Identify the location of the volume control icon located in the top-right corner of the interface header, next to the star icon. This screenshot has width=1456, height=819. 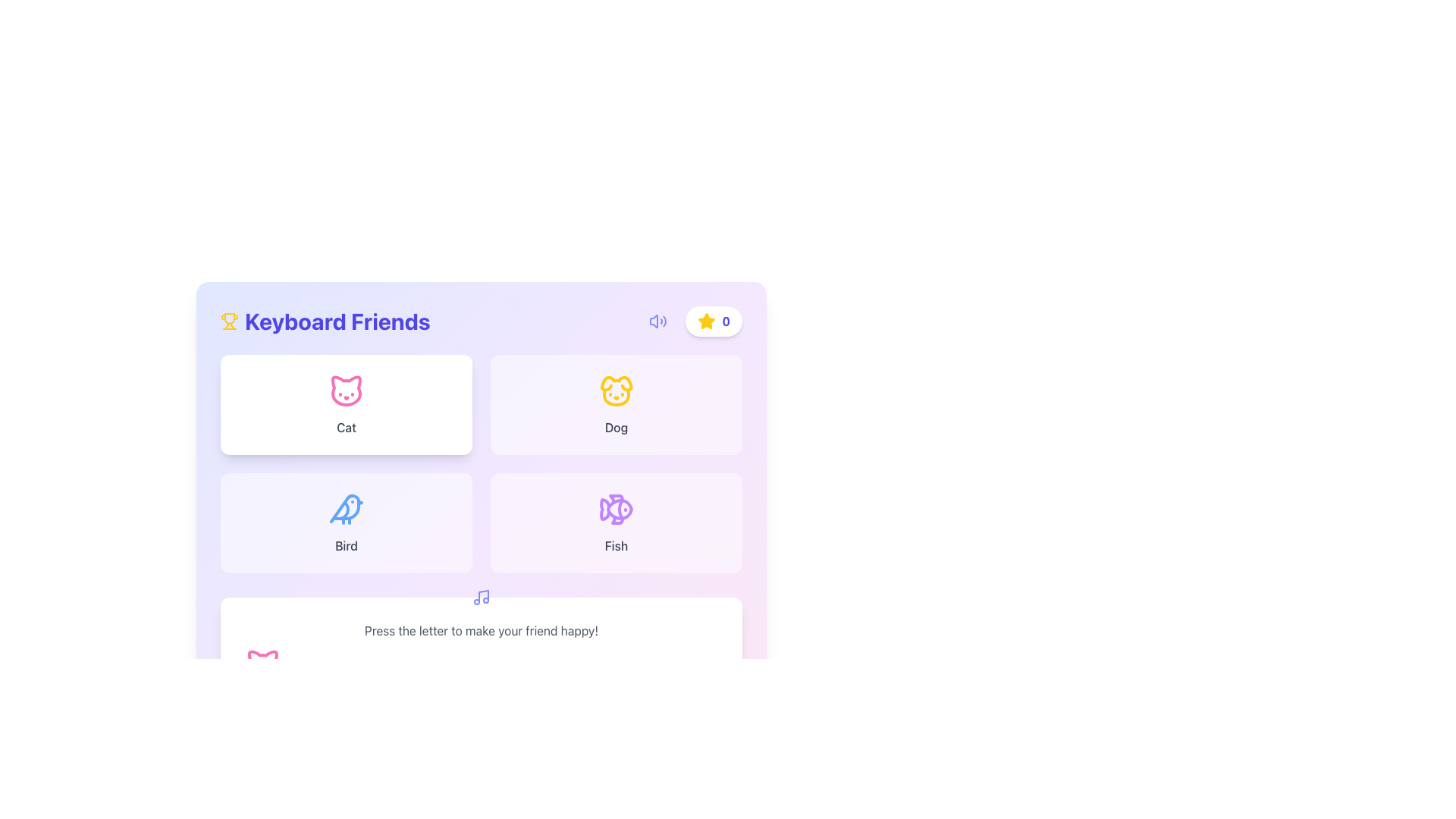
(654, 321).